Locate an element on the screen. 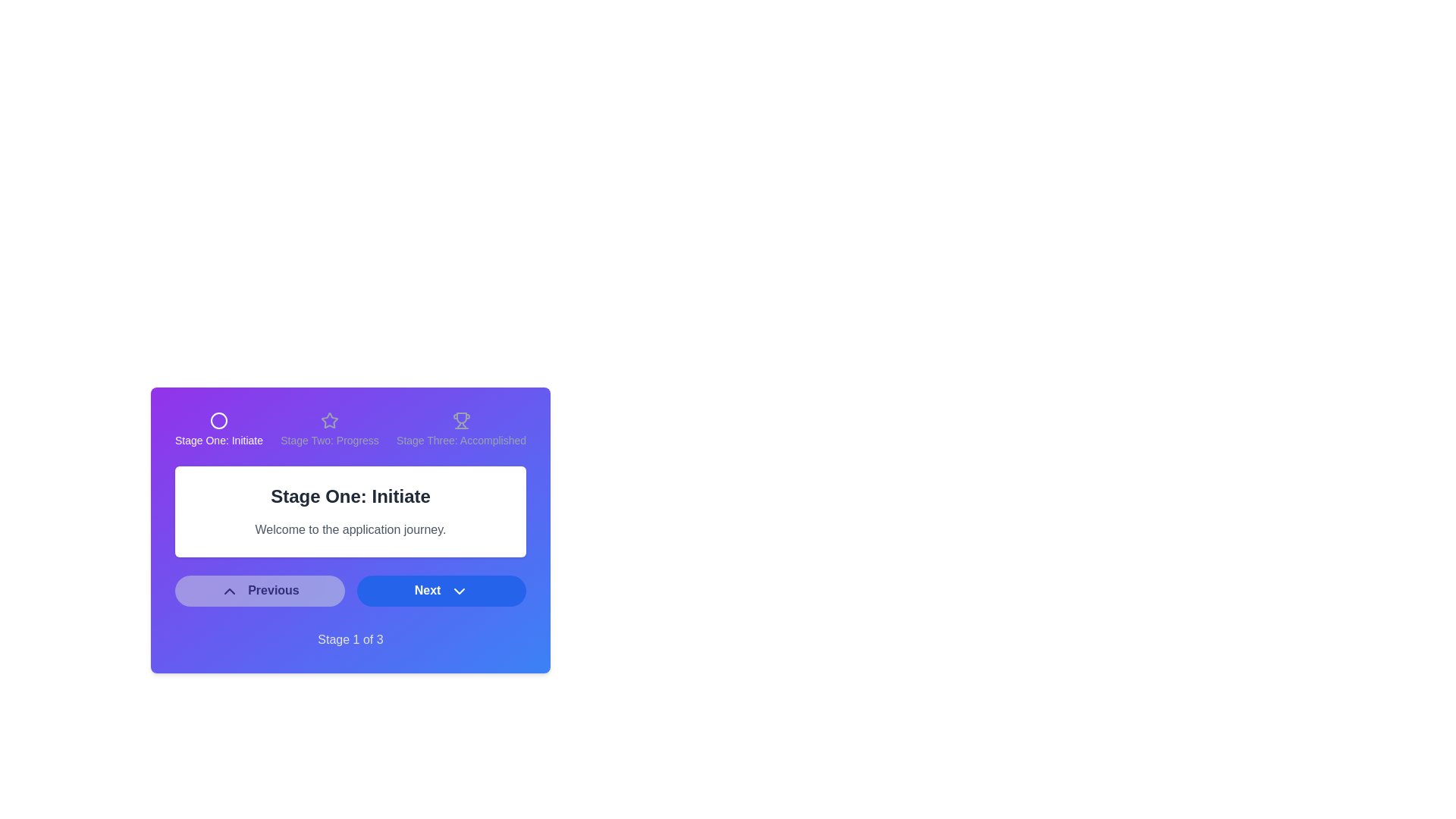  the Progression stage indicator, which represents the second stage in the progression flow is located at coordinates (329, 430).